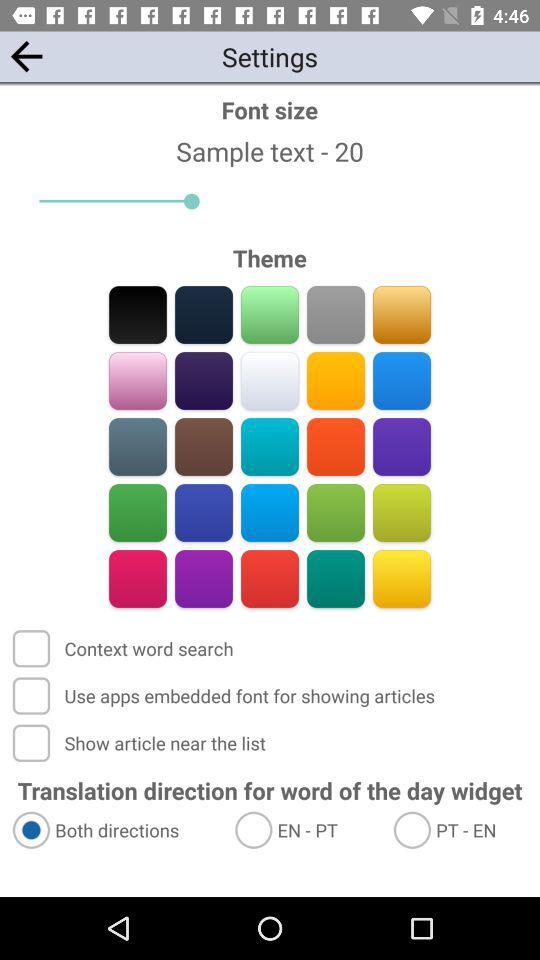 The width and height of the screenshot is (540, 960). Describe the element at coordinates (203, 380) in the screenshot. I see `color dark purple` at that location.